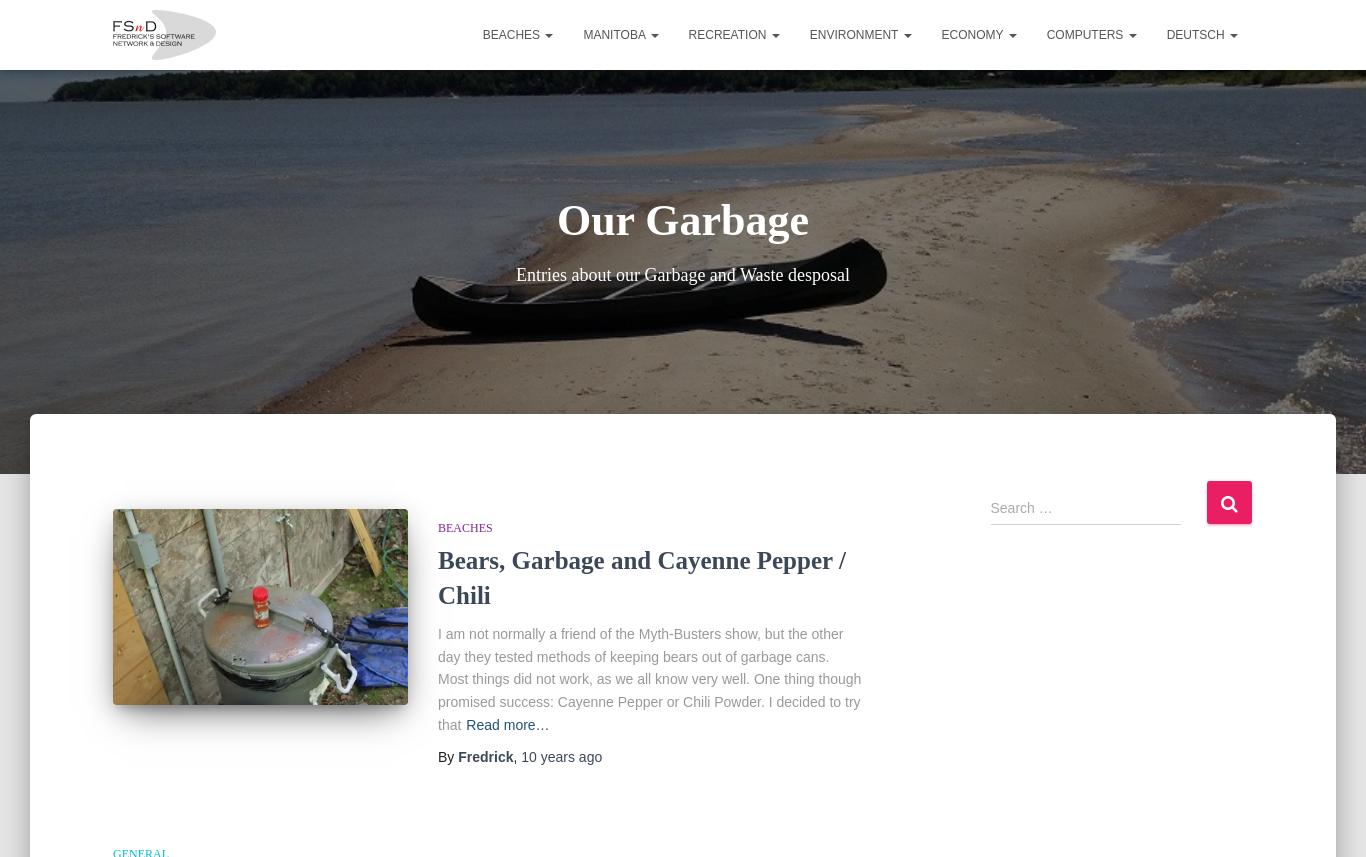  Describe the element at coordinates (555, 219) in the screenshot. I see `'Our Garbage'` at that location.